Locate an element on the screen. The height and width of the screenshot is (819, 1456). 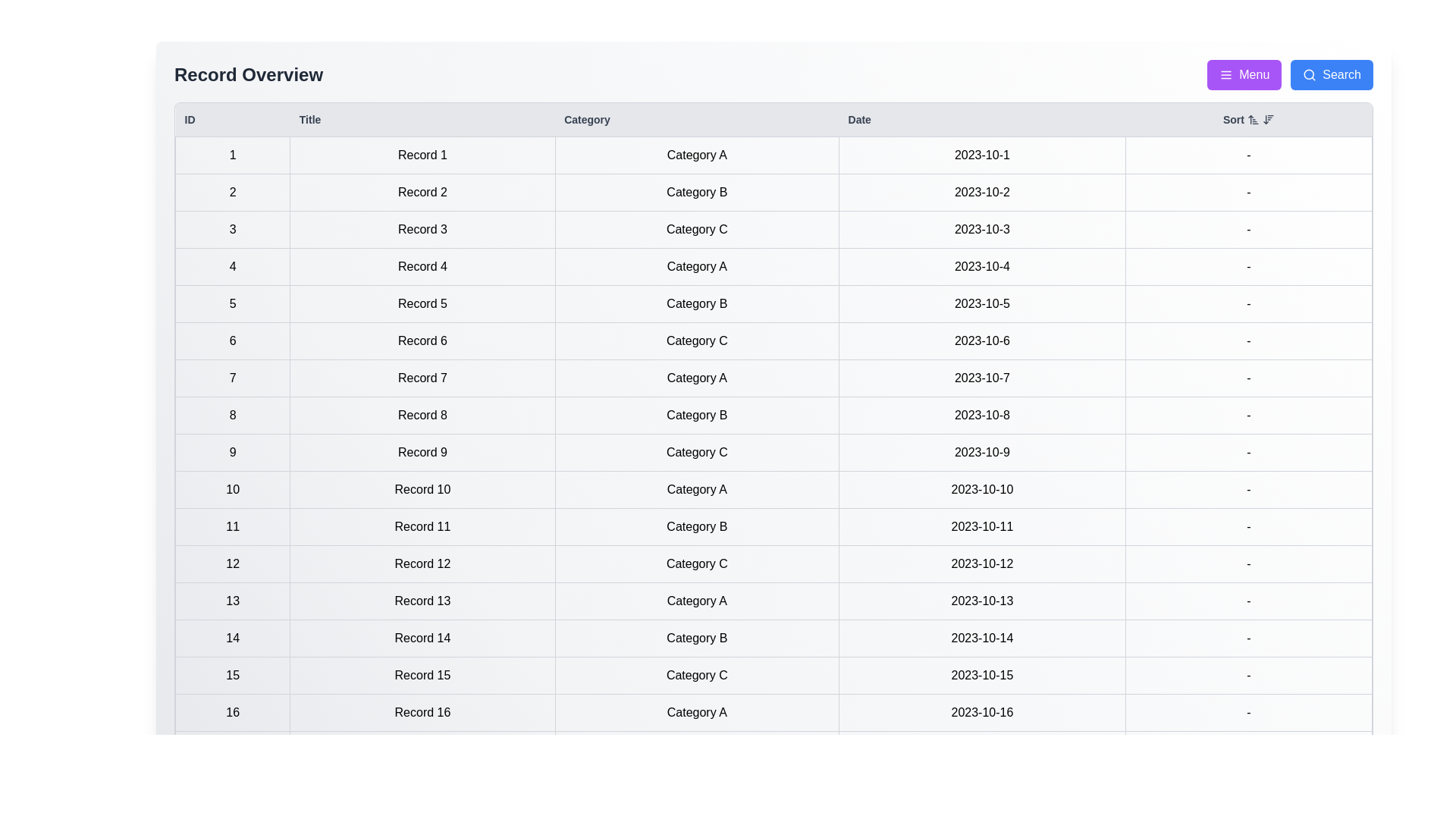
the 'Search' button to initiate a search is located at coordinates (1331, 75).